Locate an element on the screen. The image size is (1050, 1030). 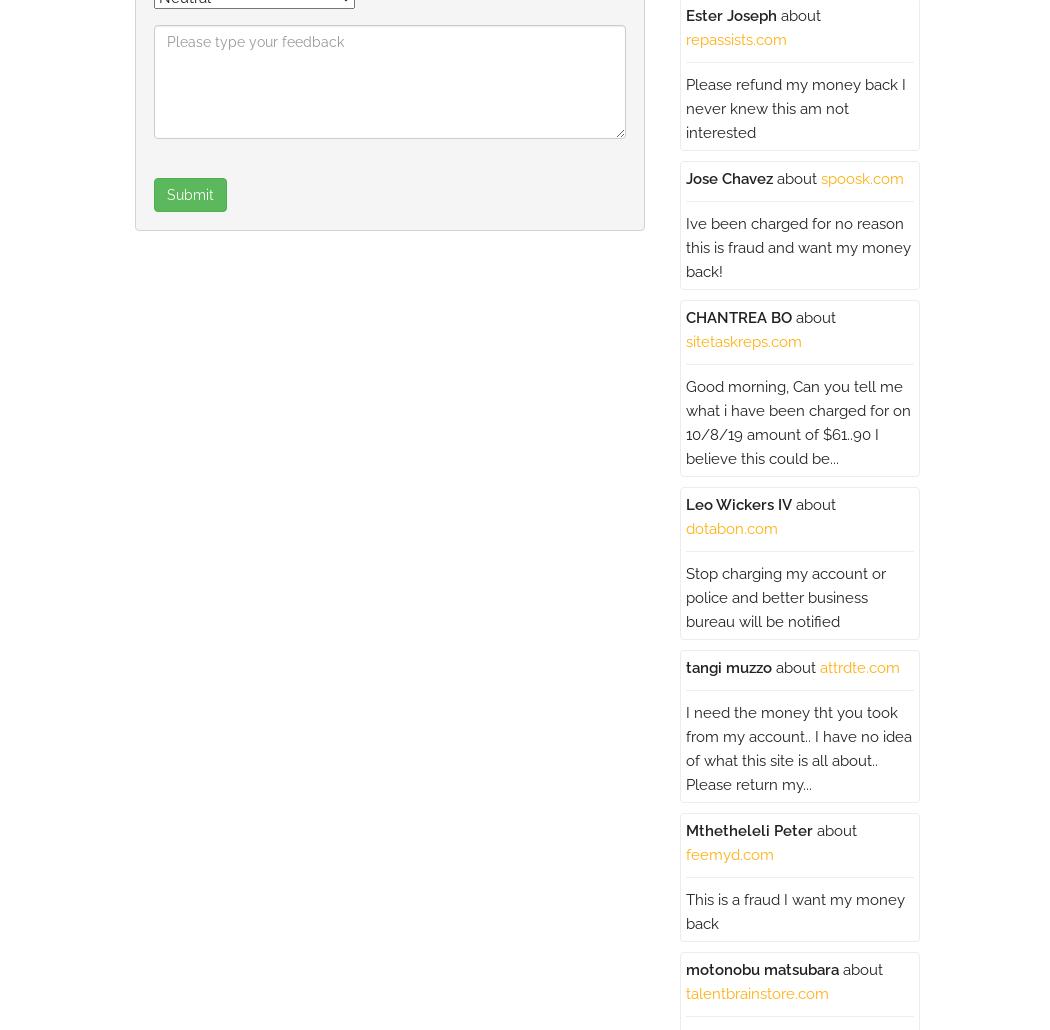
'dotabon.com' is located at coordinates (685, 527).